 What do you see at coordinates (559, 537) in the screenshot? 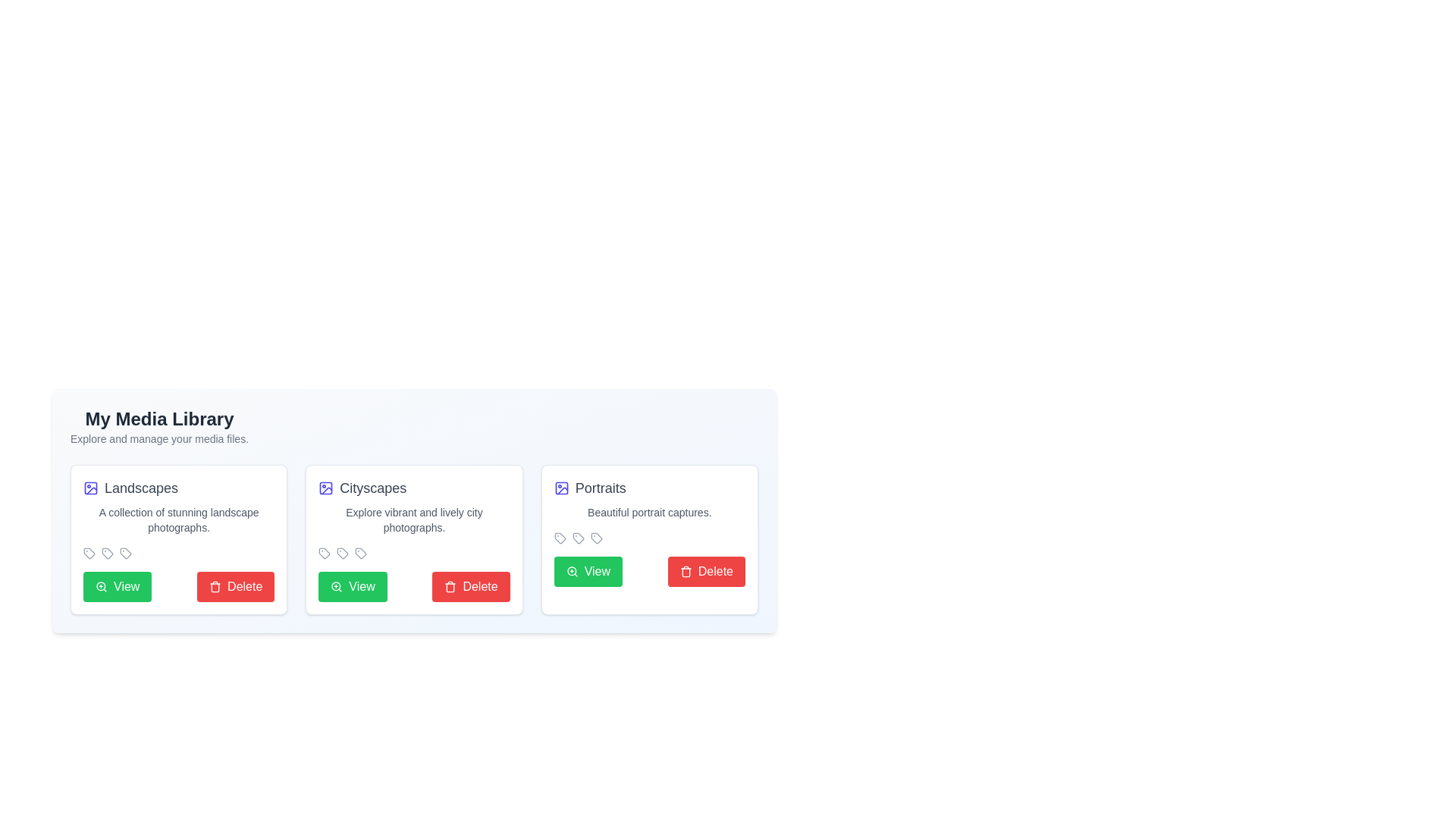
I see `tagging icon located at the top left corner of the 'Portraits' card in the media library interface` at bounding box center [559, 537].